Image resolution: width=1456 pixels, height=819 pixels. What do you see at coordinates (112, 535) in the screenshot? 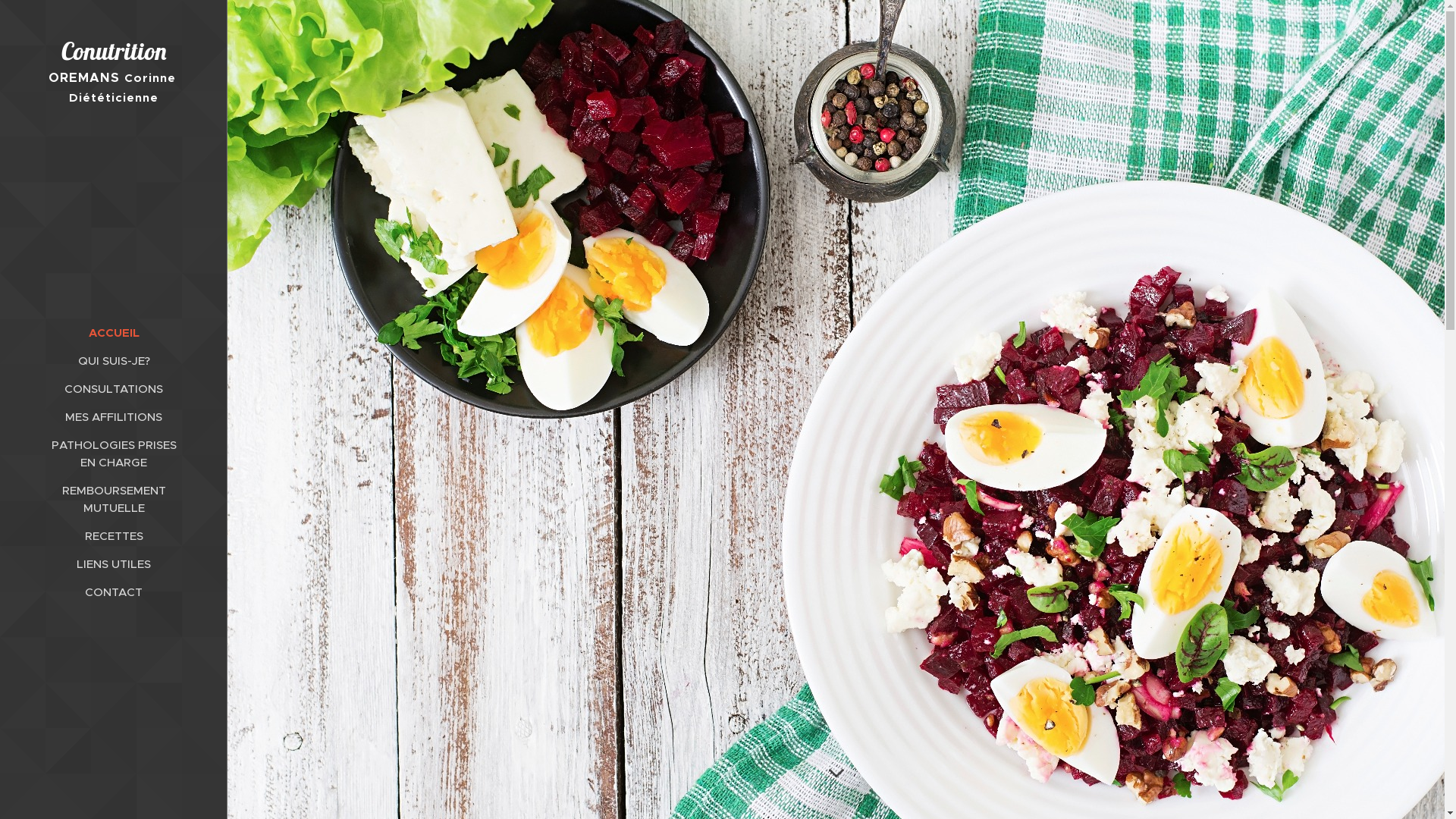
I see `'RECETTES'` at bounding box center [112, 535].